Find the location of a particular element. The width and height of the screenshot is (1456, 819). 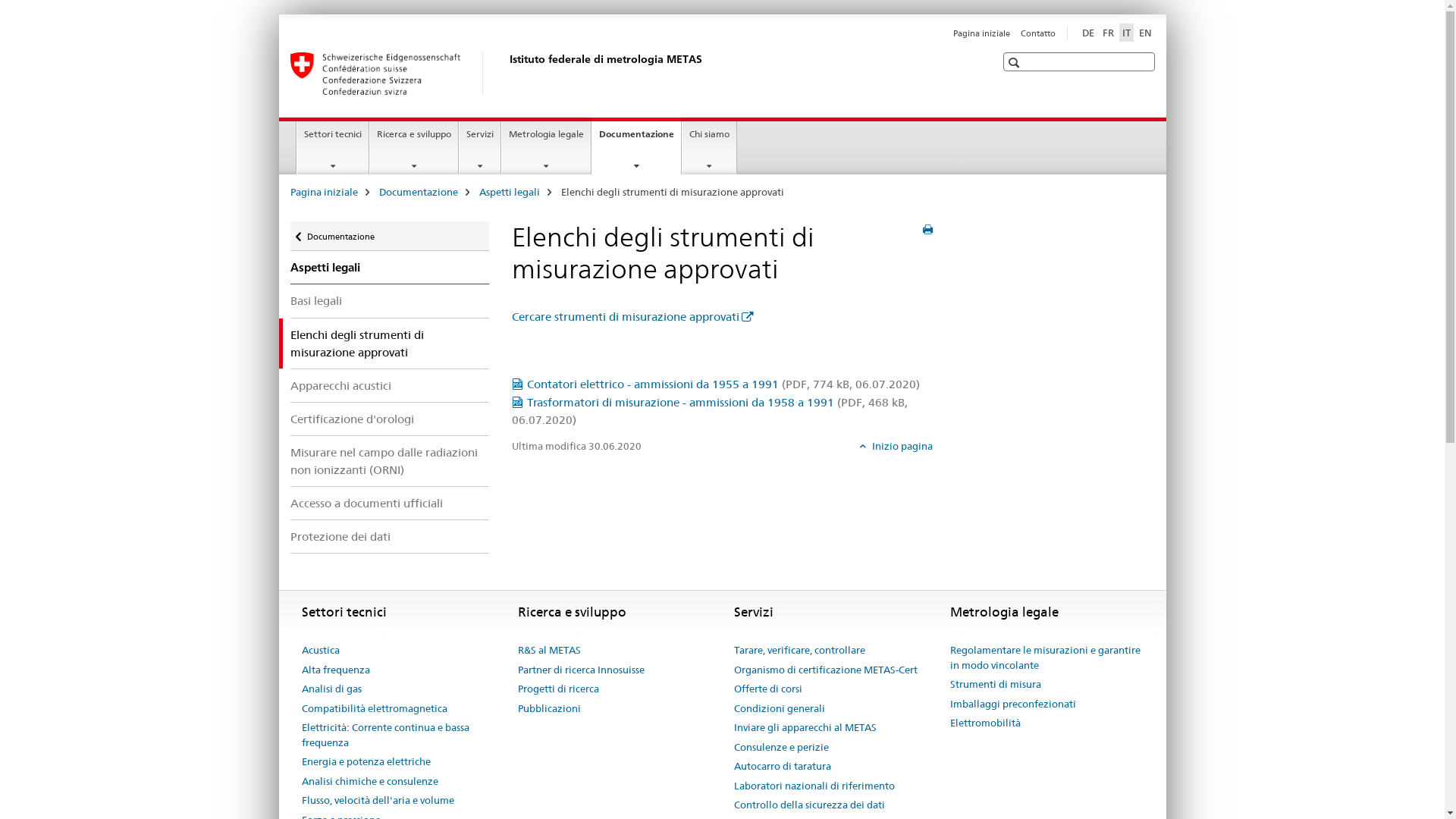

'Progetti di ricerca' is located at coordinates (557, 689).